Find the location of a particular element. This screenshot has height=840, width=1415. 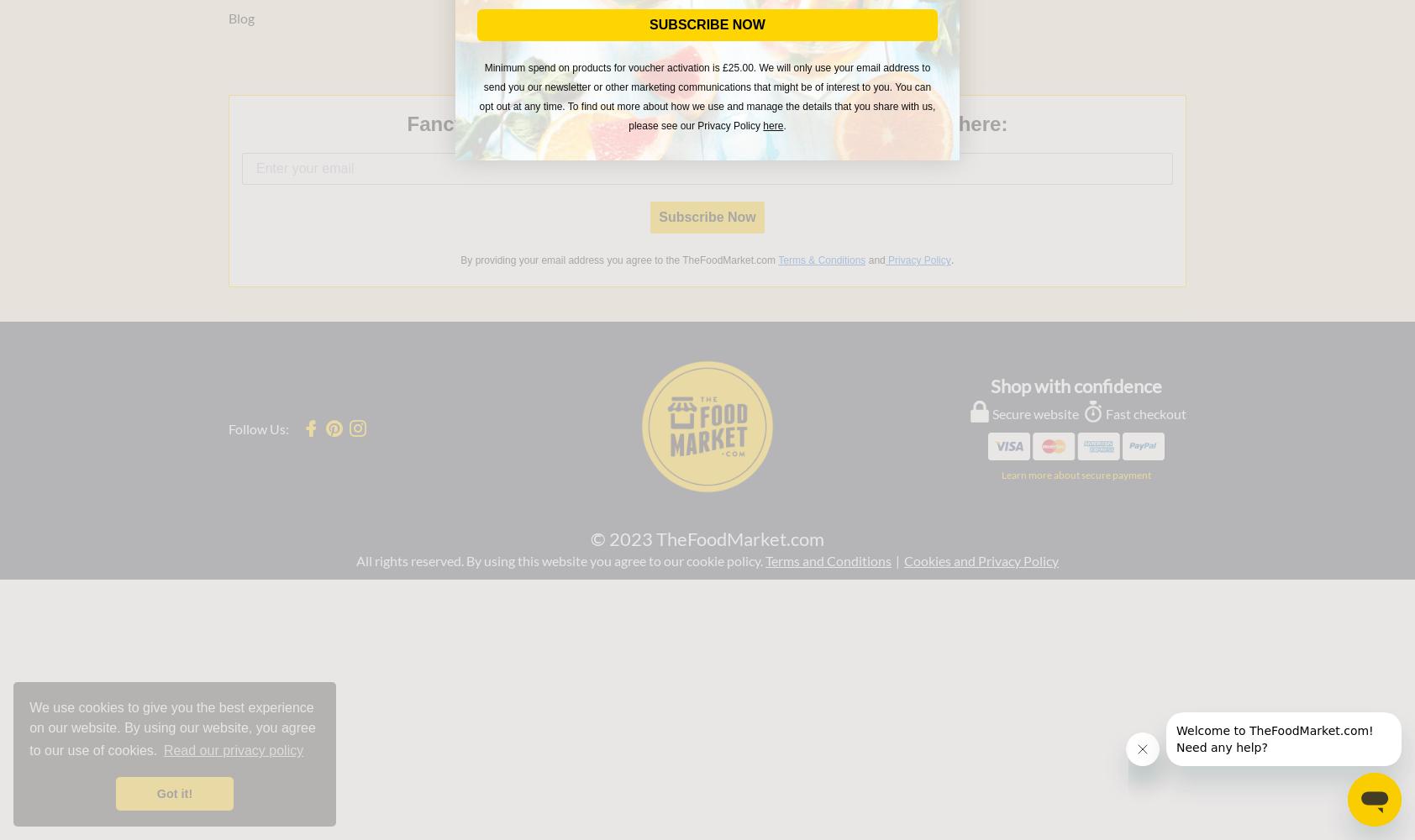

'Shop with confidence' is located at coordinates (1075, 384).